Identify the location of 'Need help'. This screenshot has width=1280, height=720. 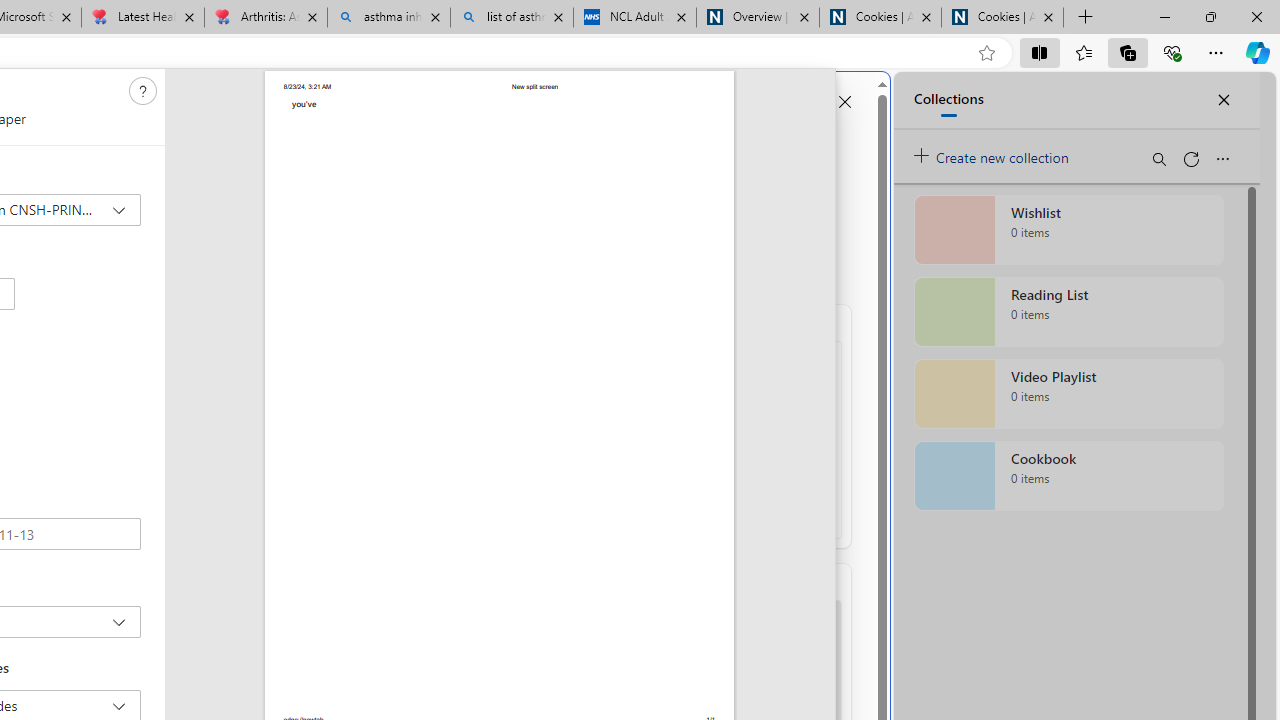
(142, 91).